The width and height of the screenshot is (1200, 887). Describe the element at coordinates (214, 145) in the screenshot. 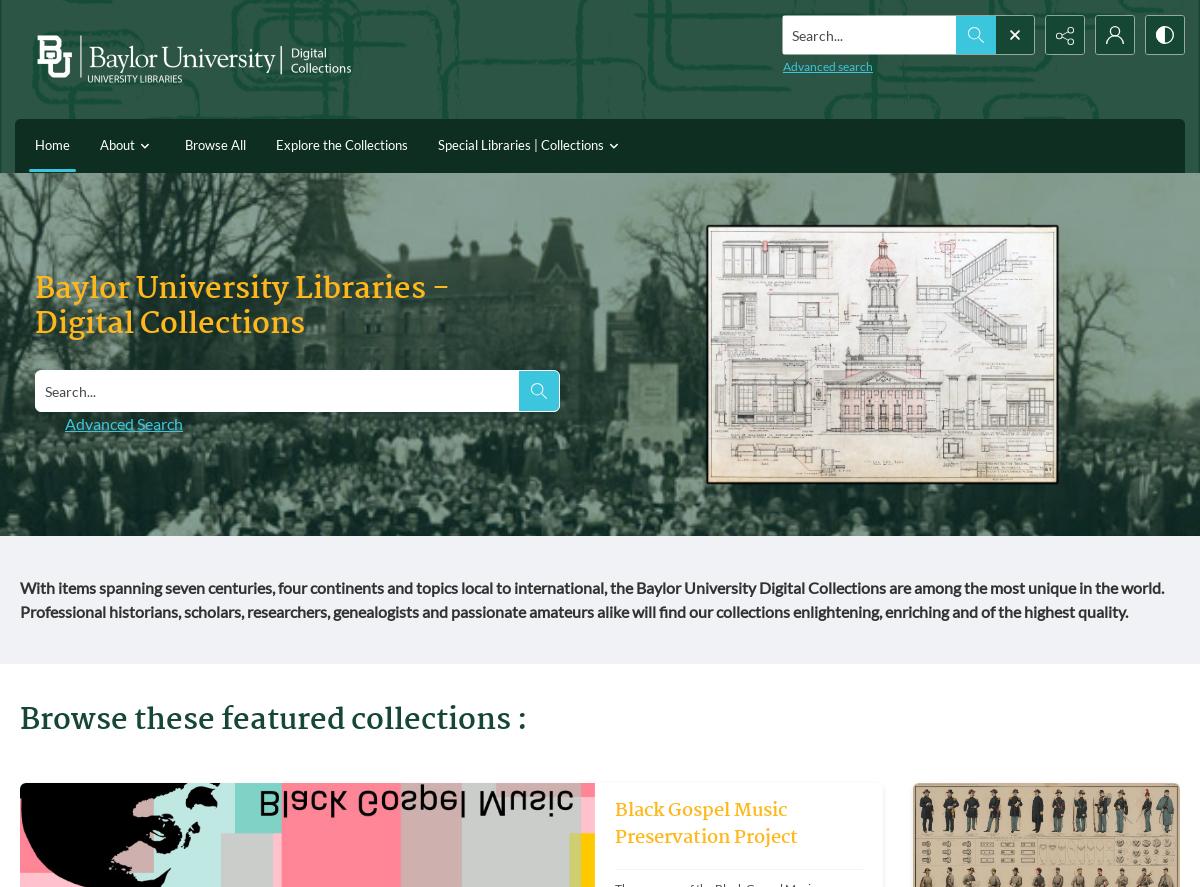

I see `'Browse All'` at that location.